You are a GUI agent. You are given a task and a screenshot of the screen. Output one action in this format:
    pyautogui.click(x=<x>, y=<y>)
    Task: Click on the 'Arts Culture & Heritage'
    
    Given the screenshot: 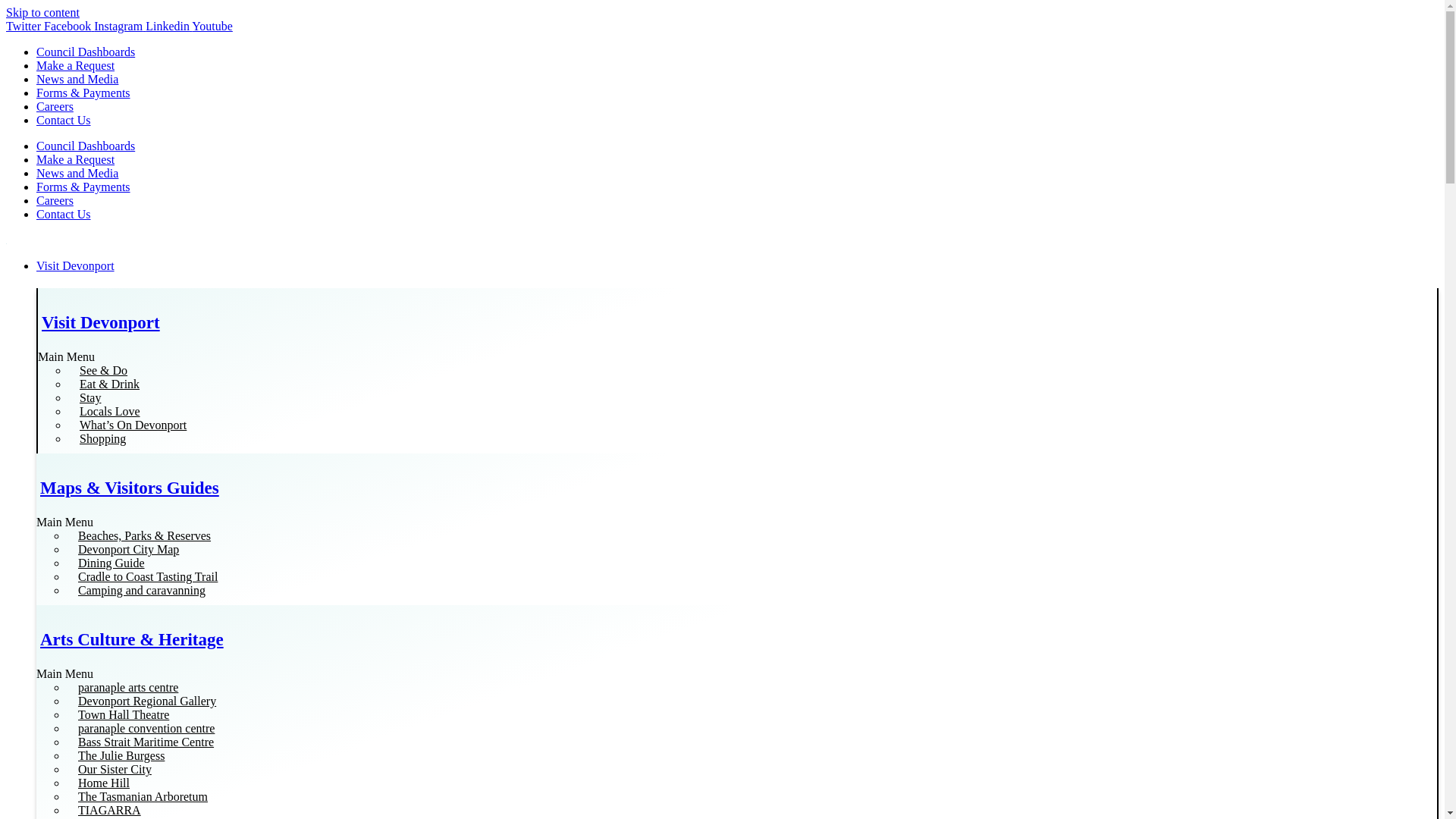 What is the action you would take?
    pyautogui.click(x=131, y=639)
    